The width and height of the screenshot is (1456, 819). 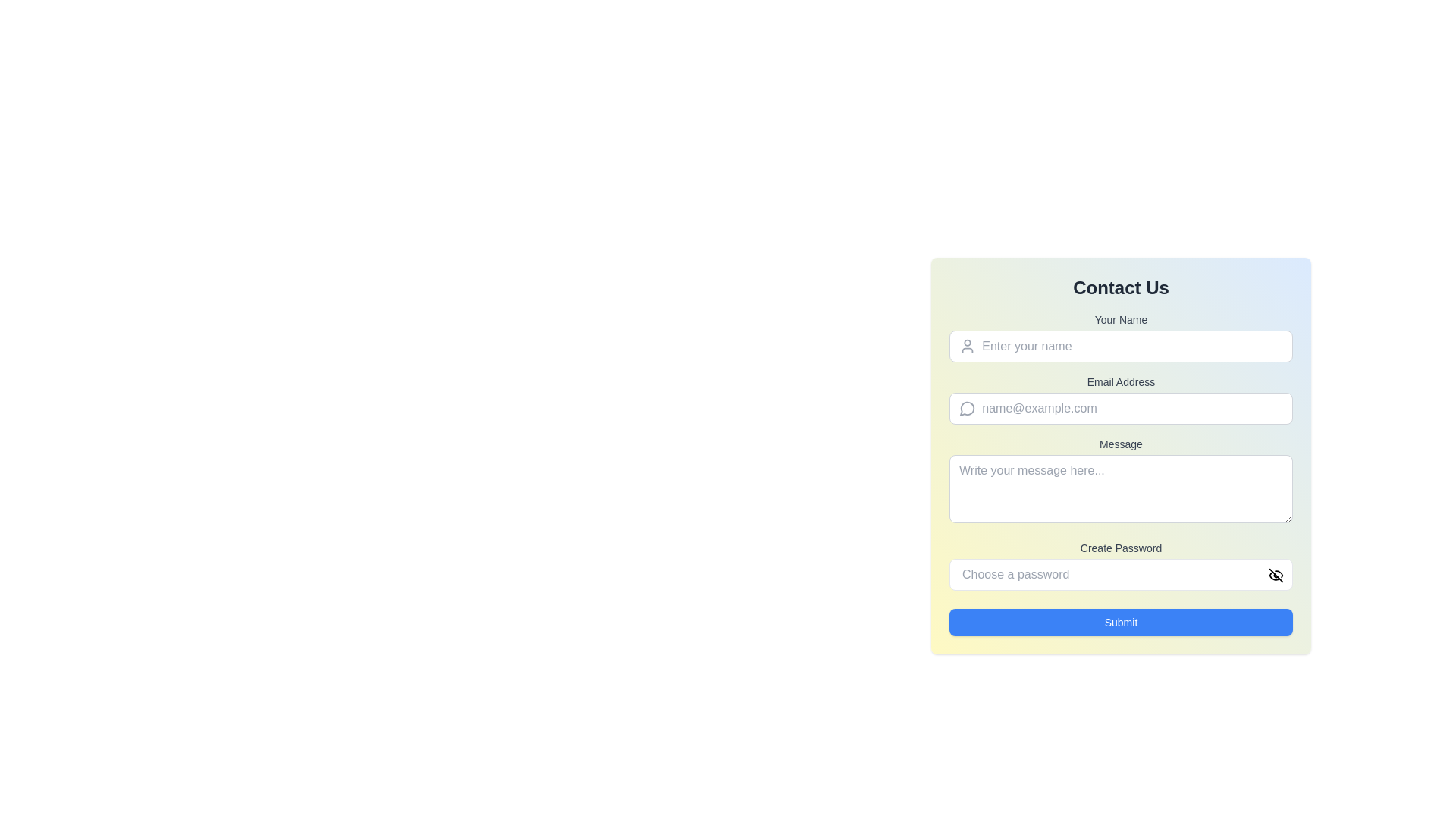 I want to click on the small red diagonal crossing line that indicates the 'not visible' symbol within the eye icon, so click(x=1276, y=576).